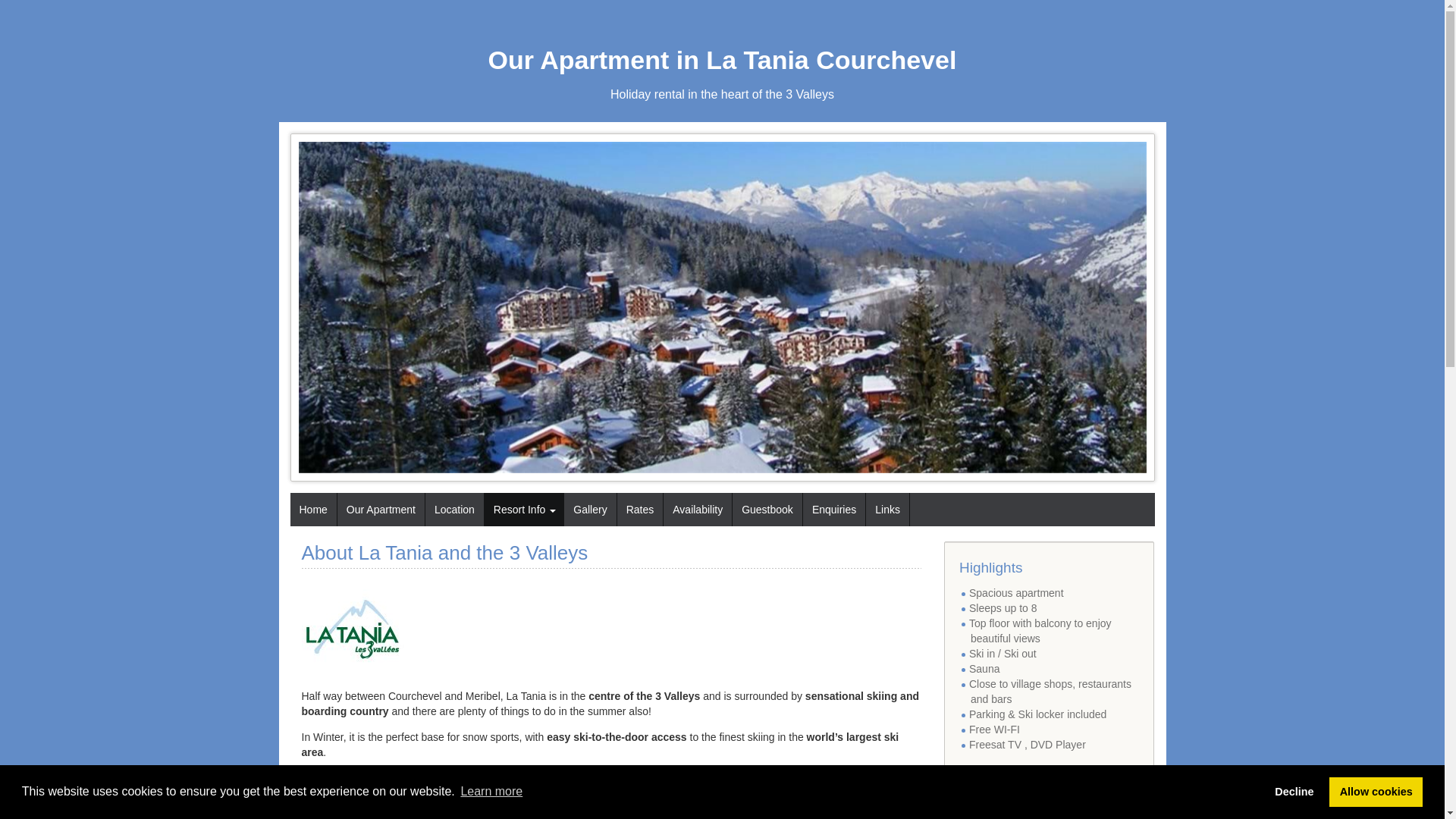  Describe the element at coordinates (563, 509) in the screenshot. I see `'Gallery'` at that location.